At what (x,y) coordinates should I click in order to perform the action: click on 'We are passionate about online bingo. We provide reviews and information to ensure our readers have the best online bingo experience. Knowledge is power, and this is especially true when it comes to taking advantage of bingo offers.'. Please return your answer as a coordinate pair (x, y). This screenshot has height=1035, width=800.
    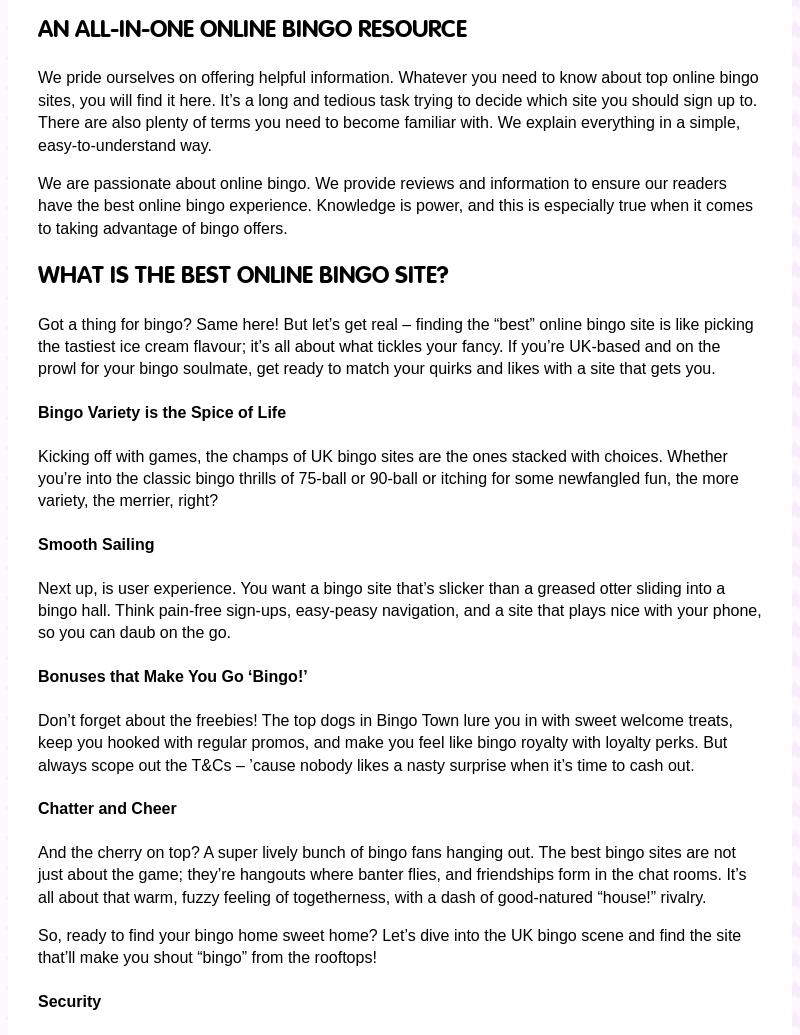
    Looking at the image, I should click on (394, 205).